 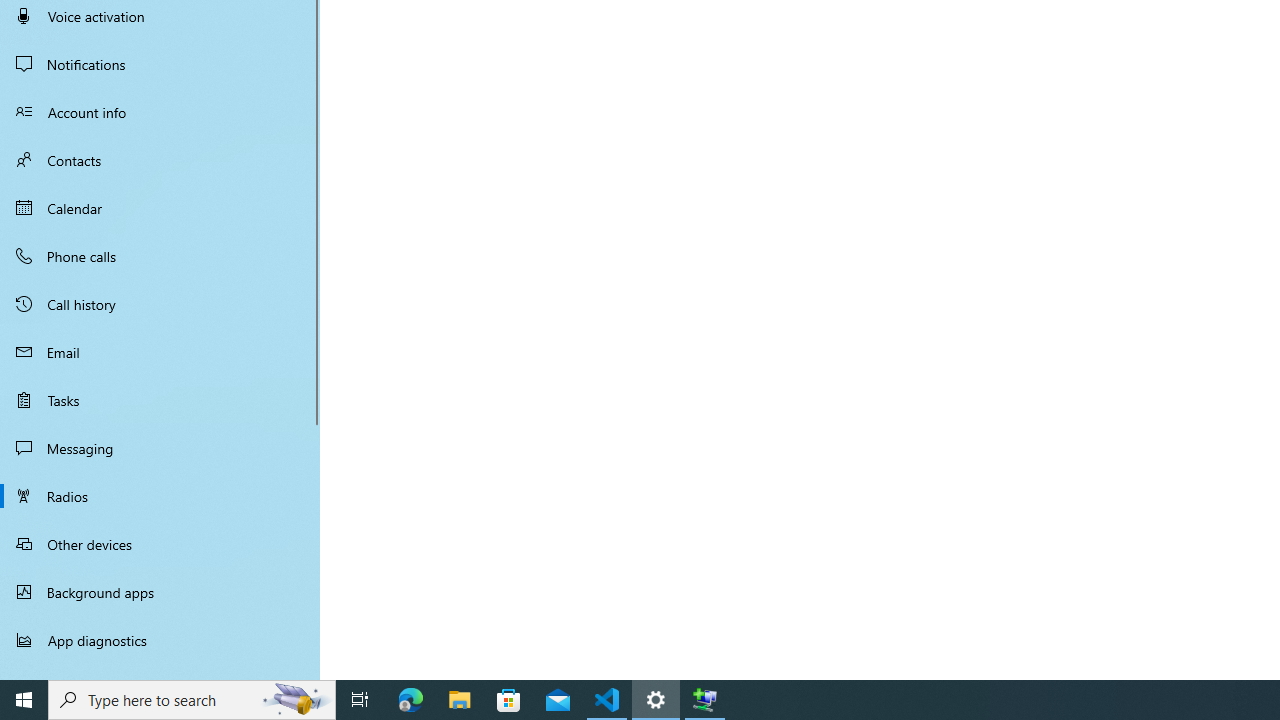 I want to click on 'Other devices', so click(x=160, y=543).